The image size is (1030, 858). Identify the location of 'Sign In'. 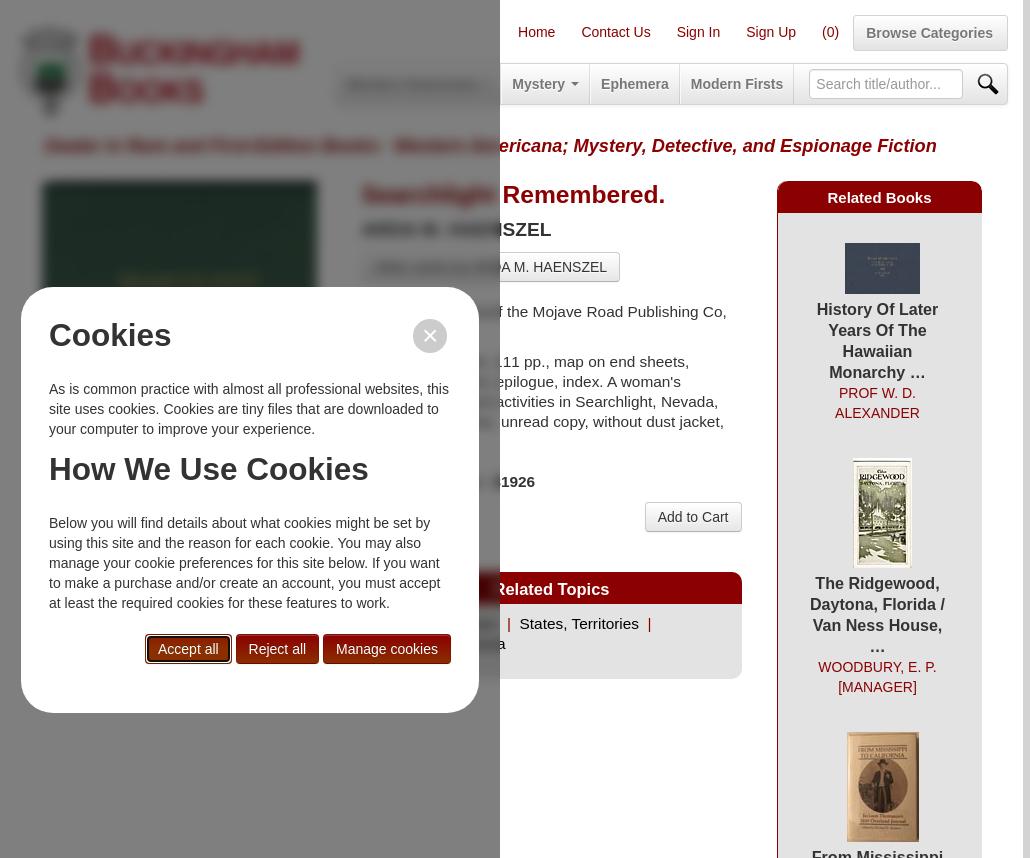
(674, 32).